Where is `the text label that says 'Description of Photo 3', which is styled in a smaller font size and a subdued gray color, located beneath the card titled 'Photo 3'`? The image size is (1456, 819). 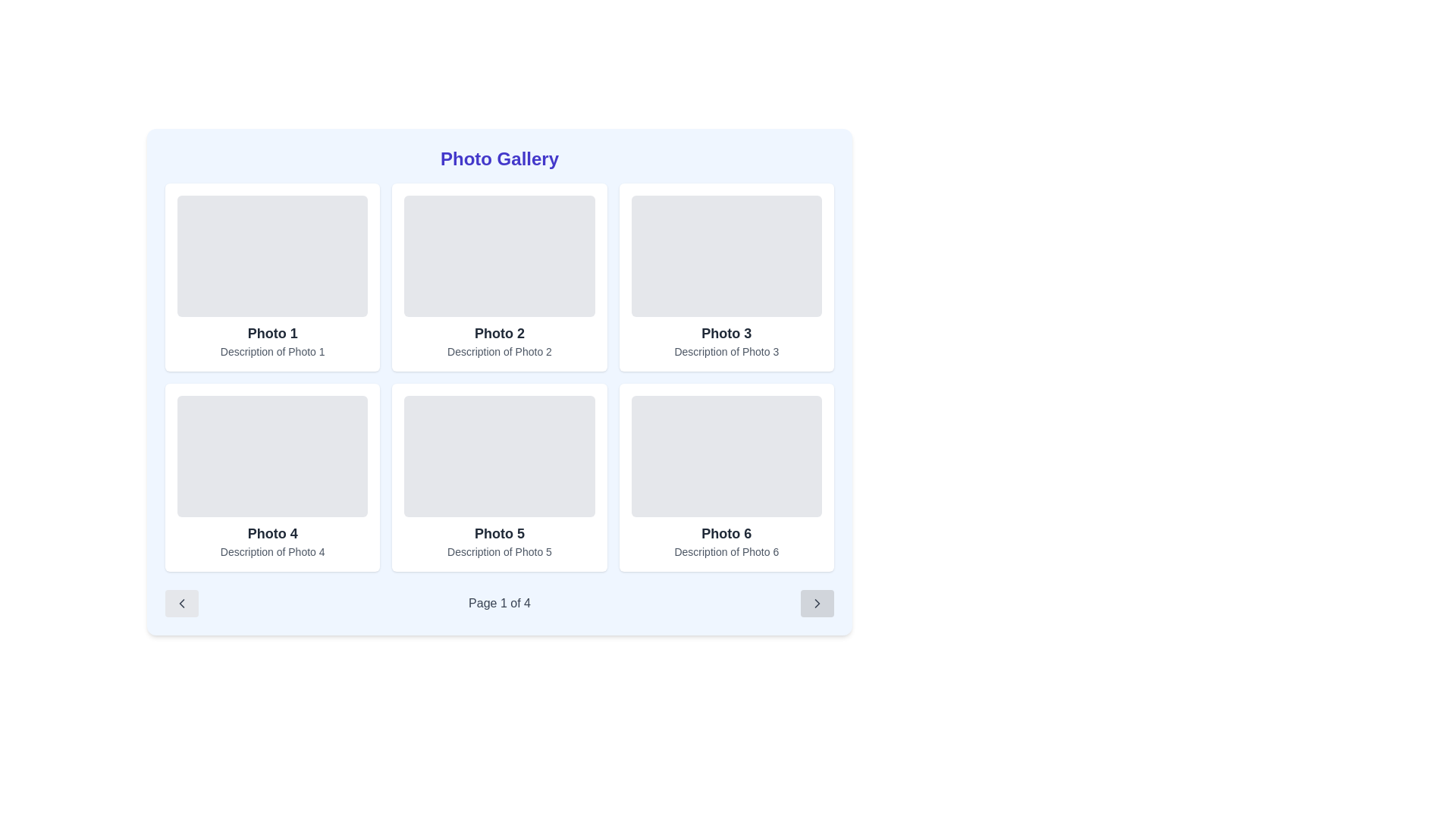
the text label that says 'Description of Photo 3', which is styled in a smaller font size and a subdued gray color, located beneath the card titled 'Photo 3' is located at coordinates (726, 351).